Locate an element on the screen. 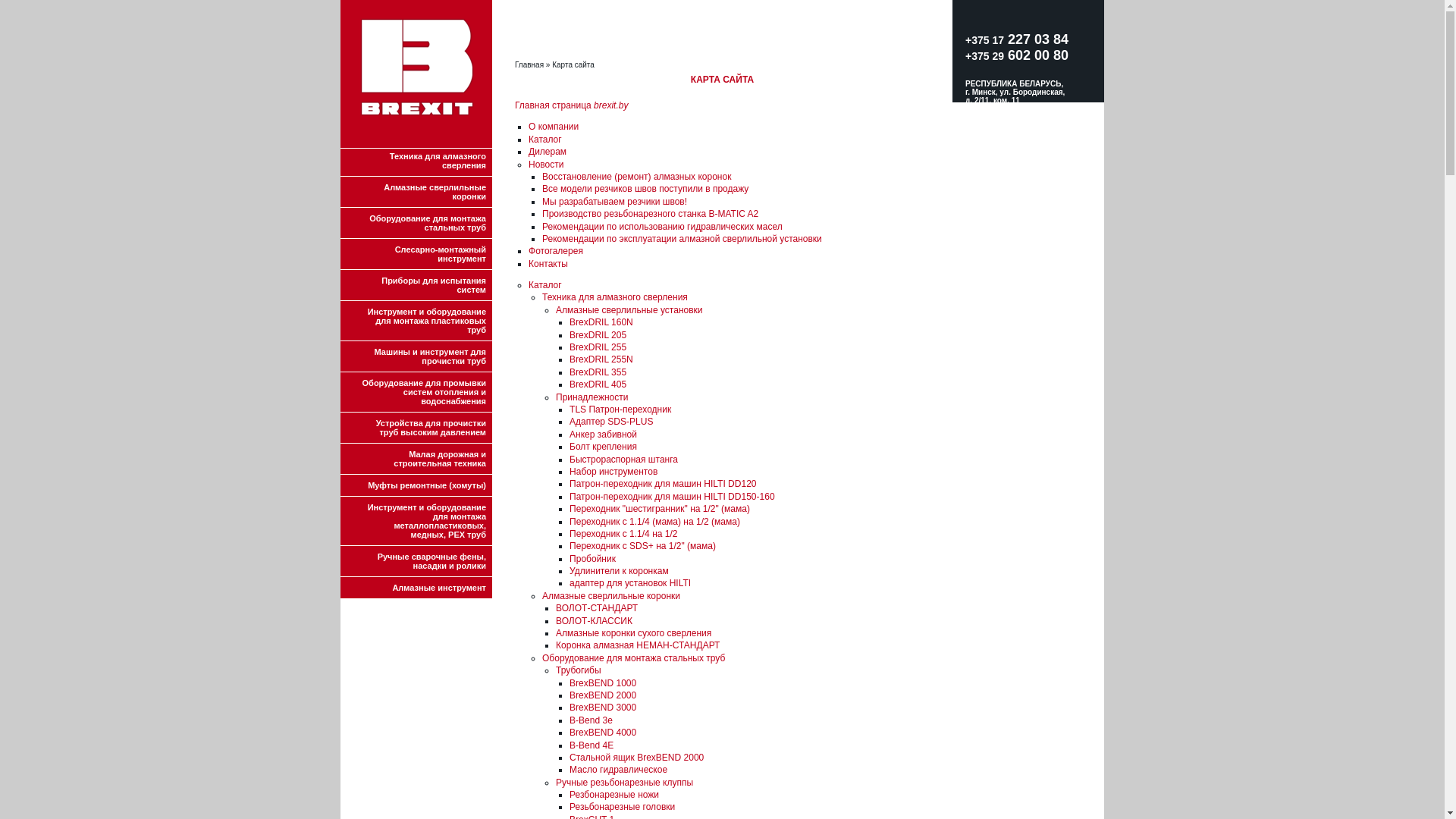  'BrexDRIL 355' is located at coordinates (597, 372).